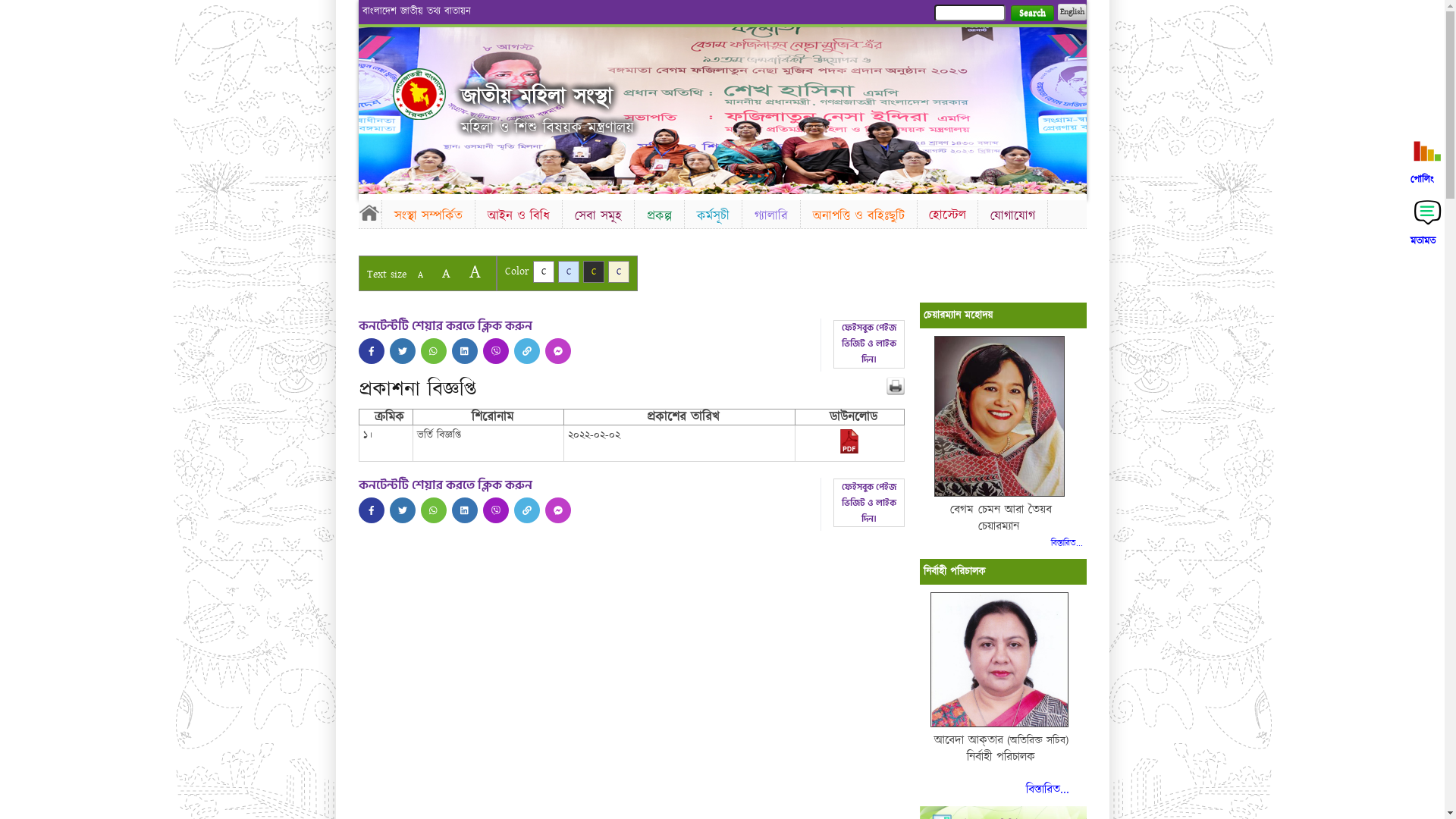 The image size is (1456, 819). What do you see at coordinates (848, 450) in the screenshot?
I see `'2022-02-08-11-14-c6dc33df17de783cff44c6feb566255a.pdf'` at bounding box center [848, 450].